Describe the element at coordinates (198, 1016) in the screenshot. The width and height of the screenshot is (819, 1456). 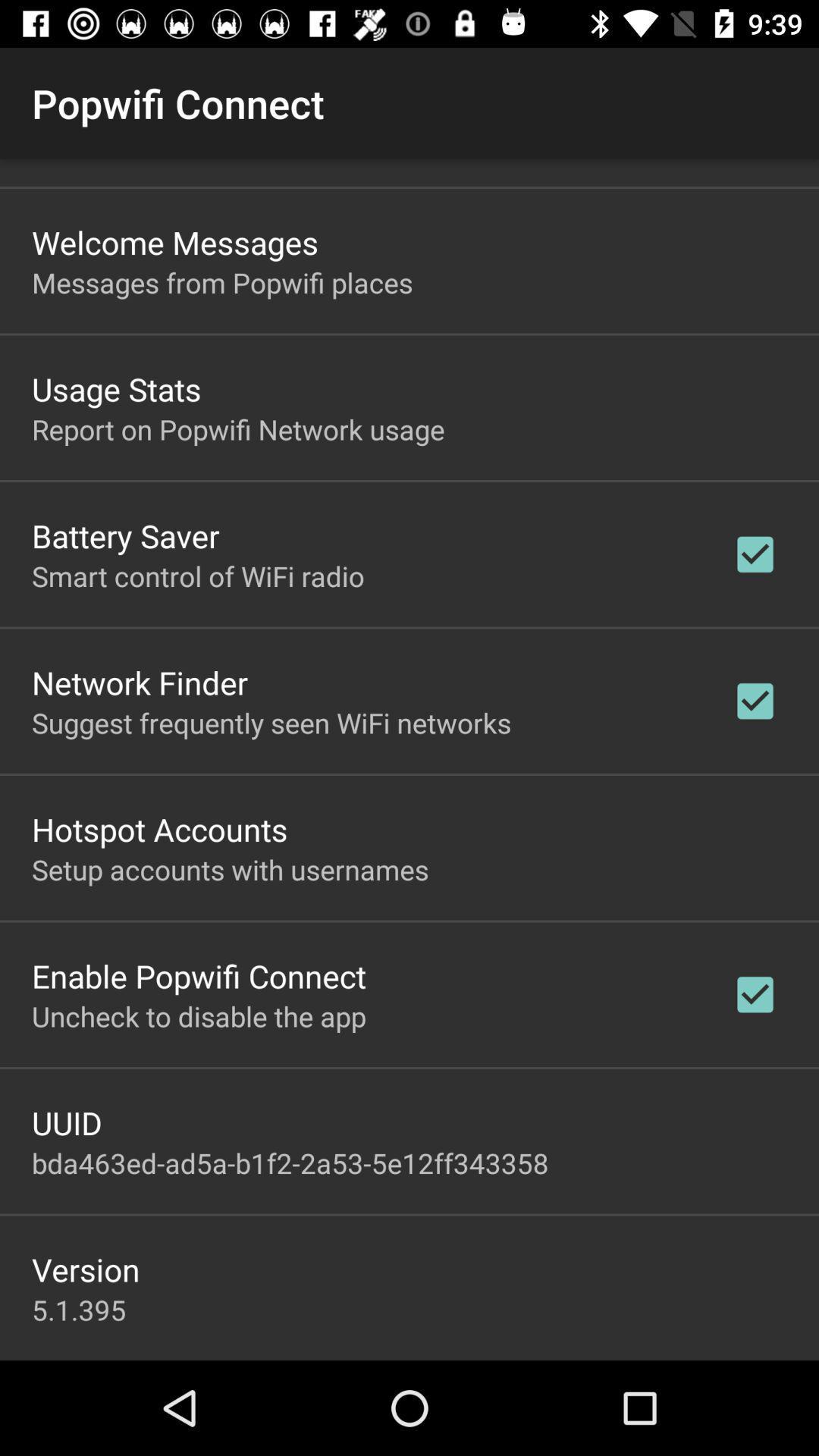
I see `the item below enable popwifi connect` at that location.